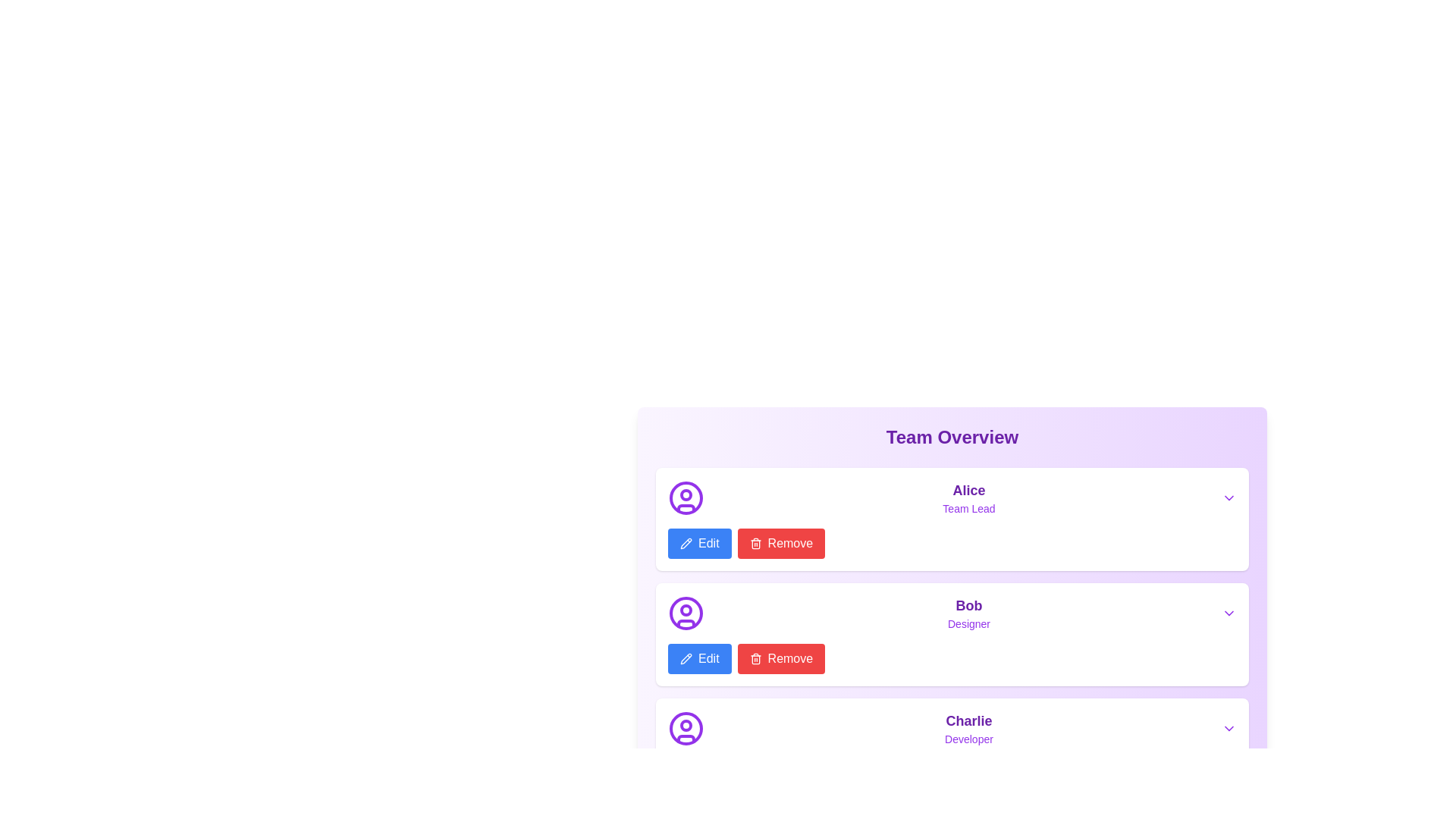 The image size is (1456, 819). What do you see at coordinates (686, 497) in the screenshot?
I see `the circular user avatar icon representing the 'Alice' team member, located at the center of the SVG icon in the upper left corner of the team member card` at bounding box center [686, 497].